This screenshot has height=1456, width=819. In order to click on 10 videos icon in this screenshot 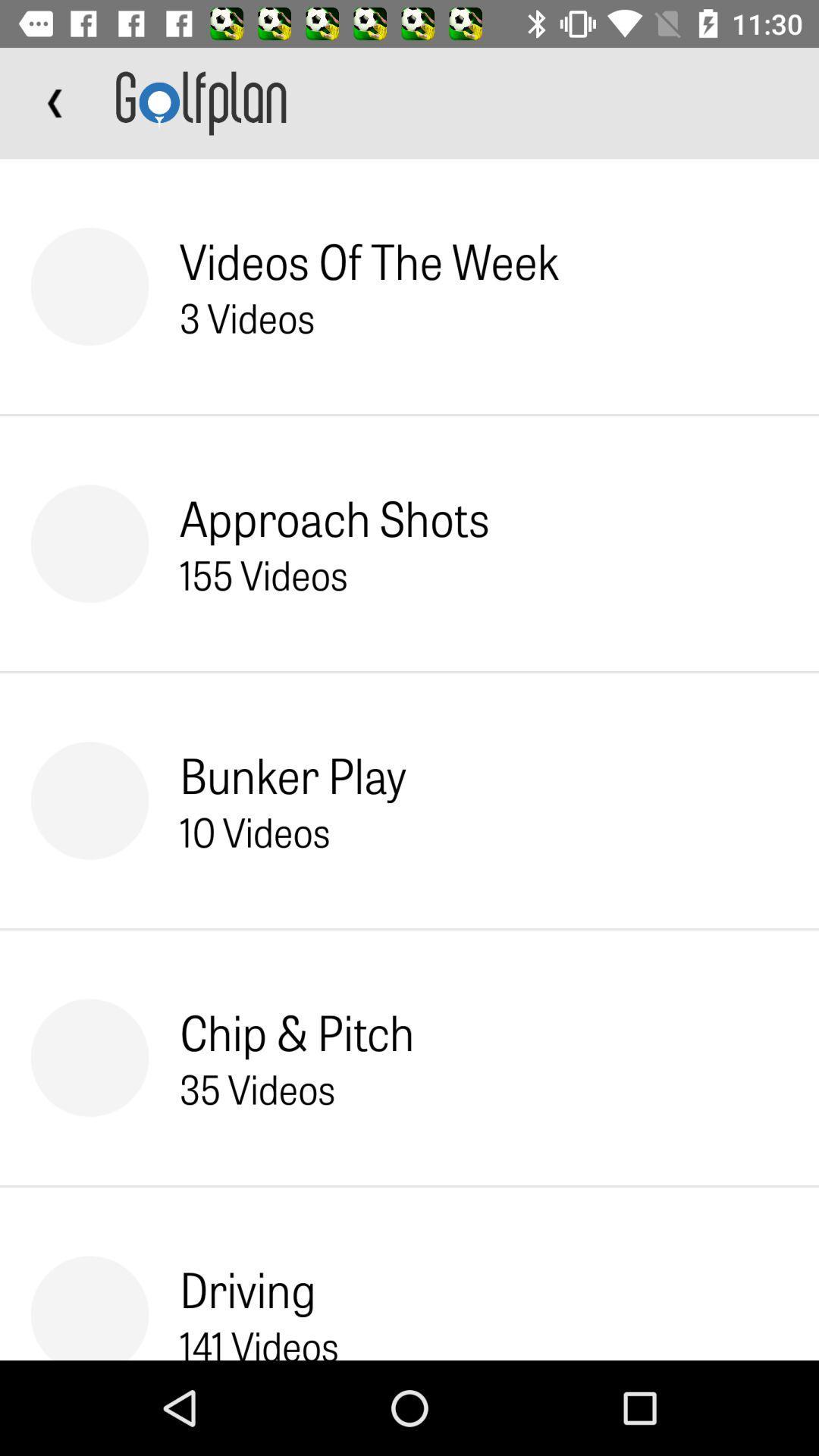, I will do `click(254, 830)`.